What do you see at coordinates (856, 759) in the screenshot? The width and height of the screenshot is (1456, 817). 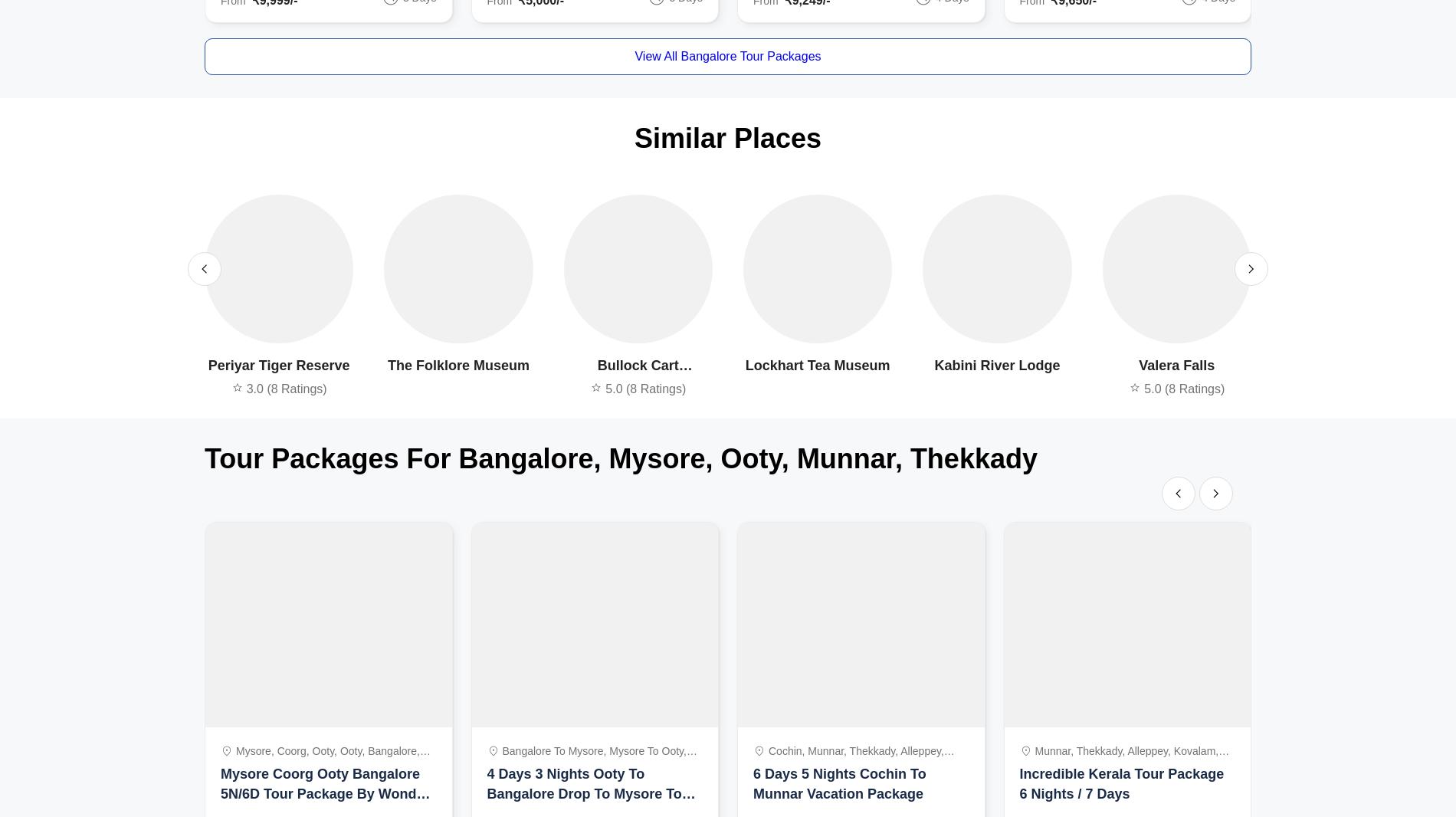 I see `'cochin, munnar, thekkady, alleppey, india'` at bounding box center [856, 759].